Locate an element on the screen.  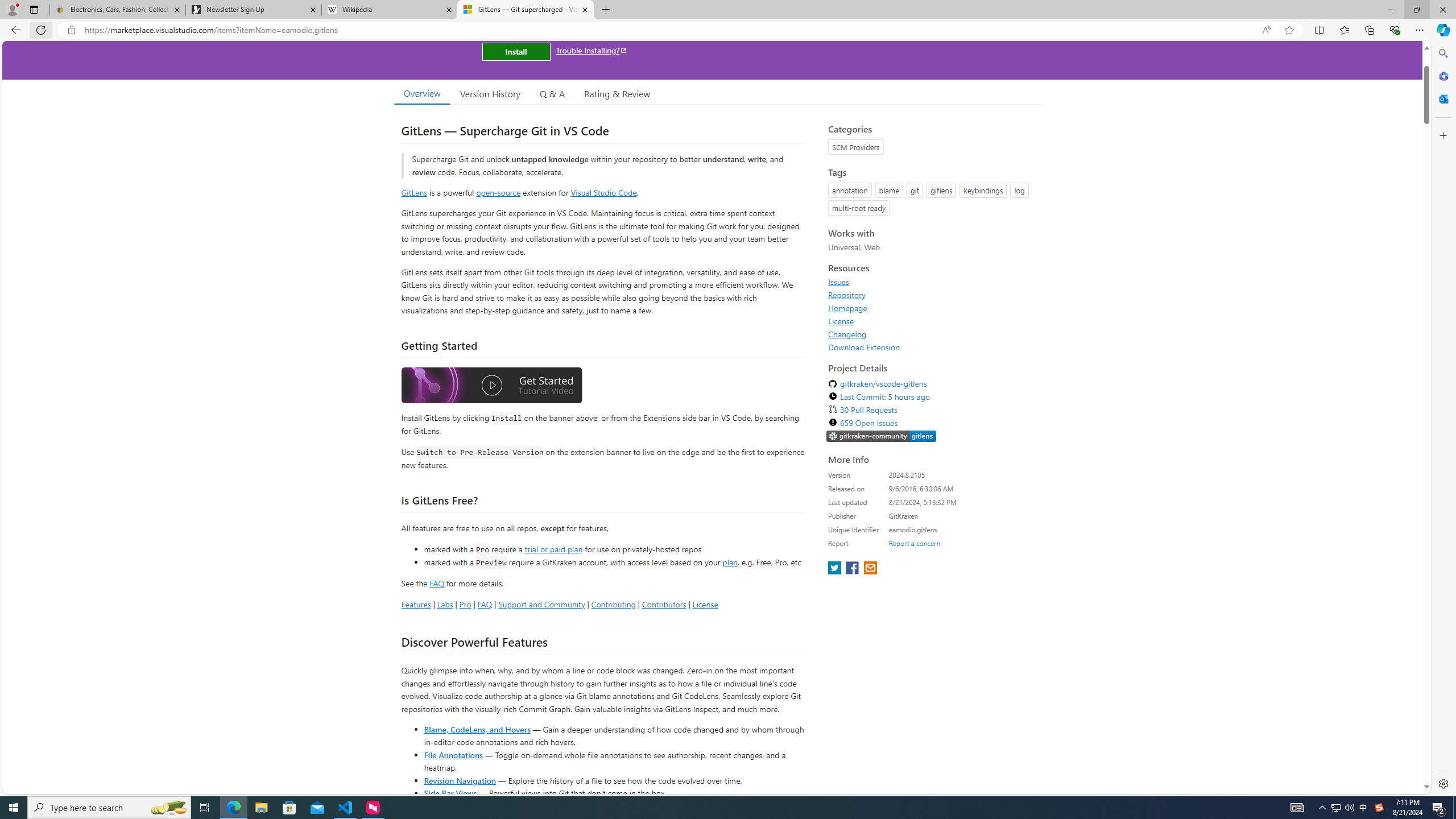
'Rating & Review' is located at coordinates (617, 93).